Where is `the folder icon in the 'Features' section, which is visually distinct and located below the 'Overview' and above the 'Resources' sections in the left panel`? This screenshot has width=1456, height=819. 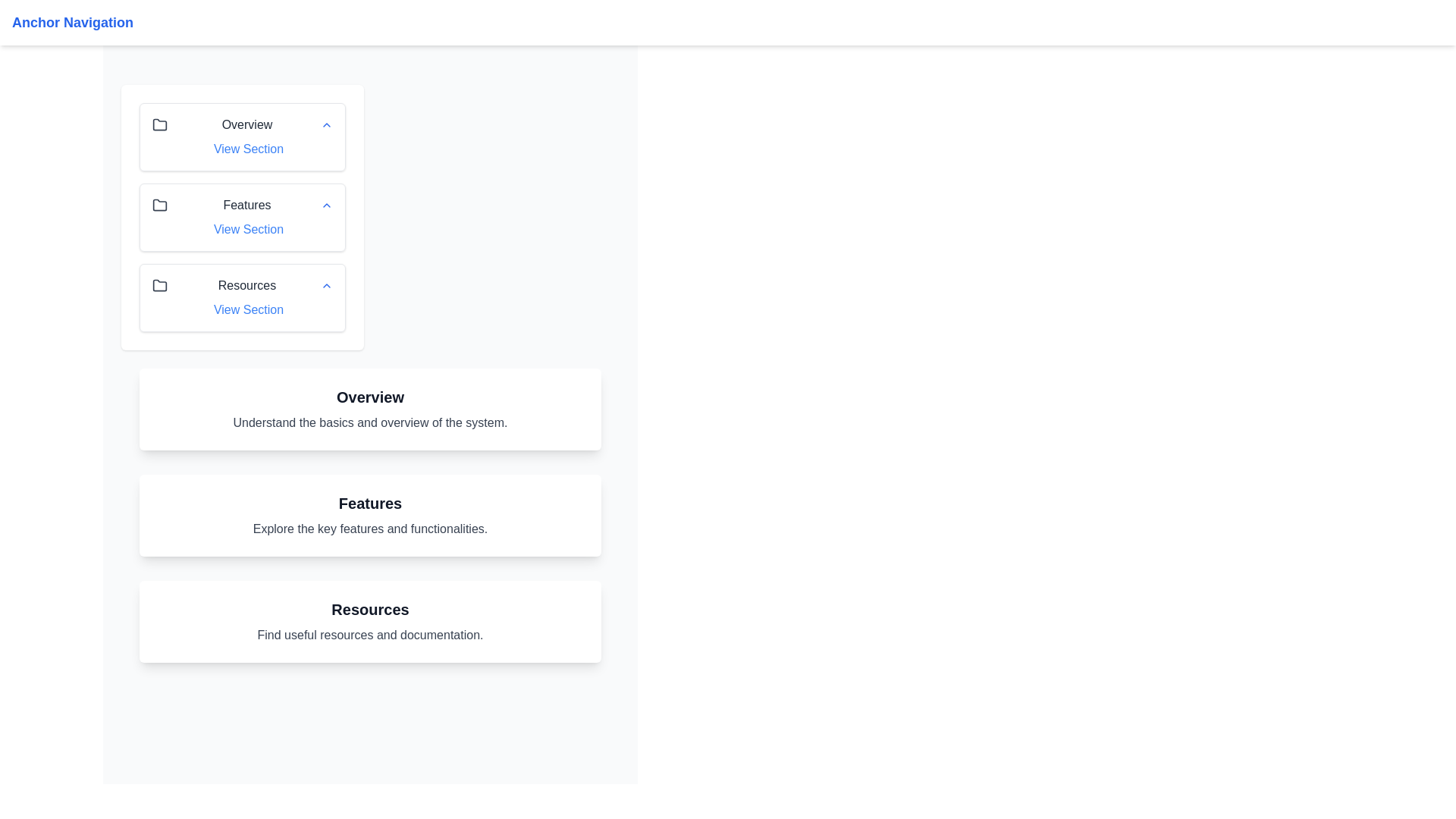 the folder icon in the 'Features' section, which is visually distinct and located below the 'Overview' and above the 'Resources' sections in the left panel is located at coordinates (160, 205).